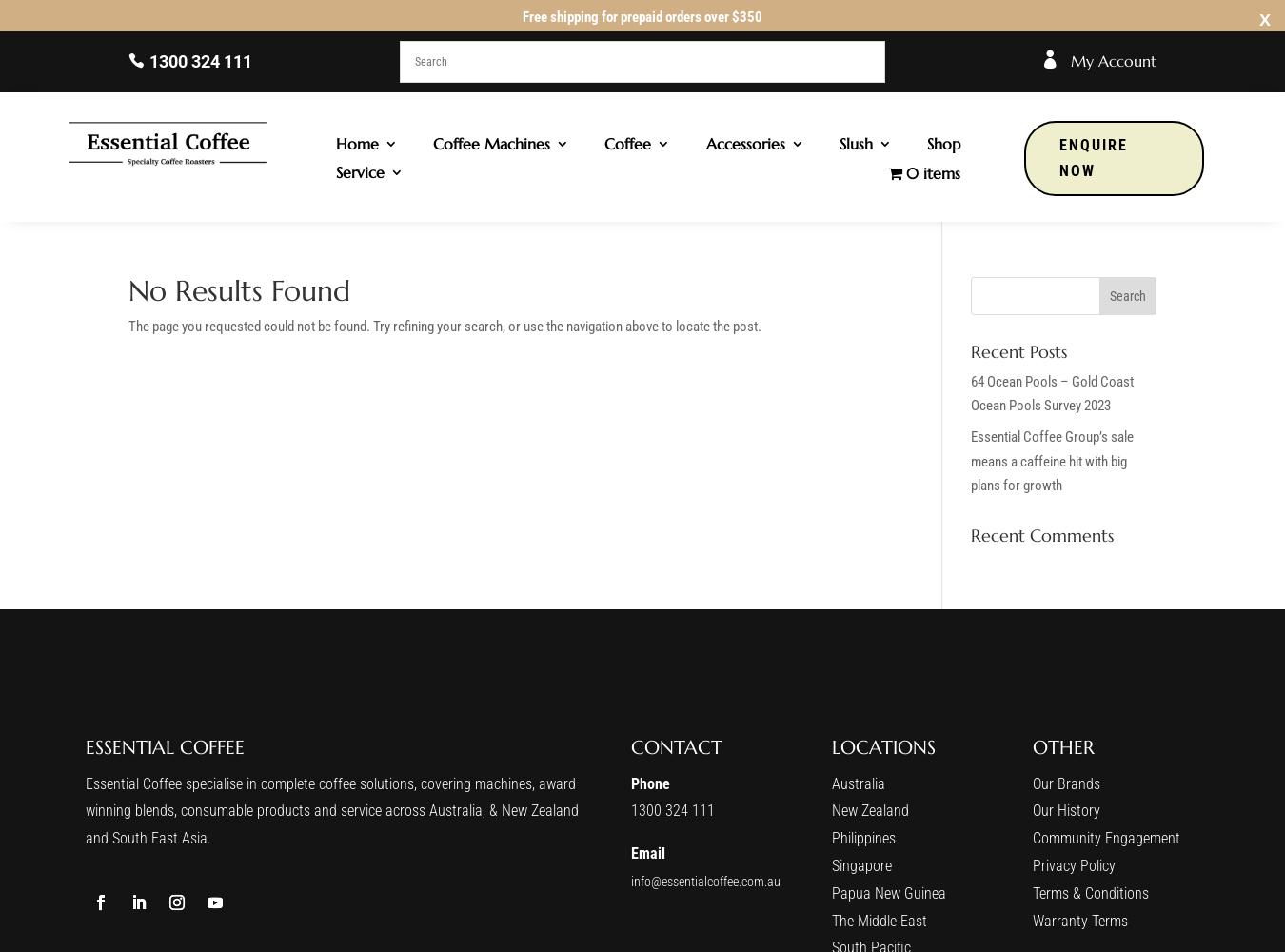 This screenshot has height=952, width=1285. Describe the element at coordinates (522, 209) in the screenshot. I see `'Automatic Coffee Machines'` at that location.